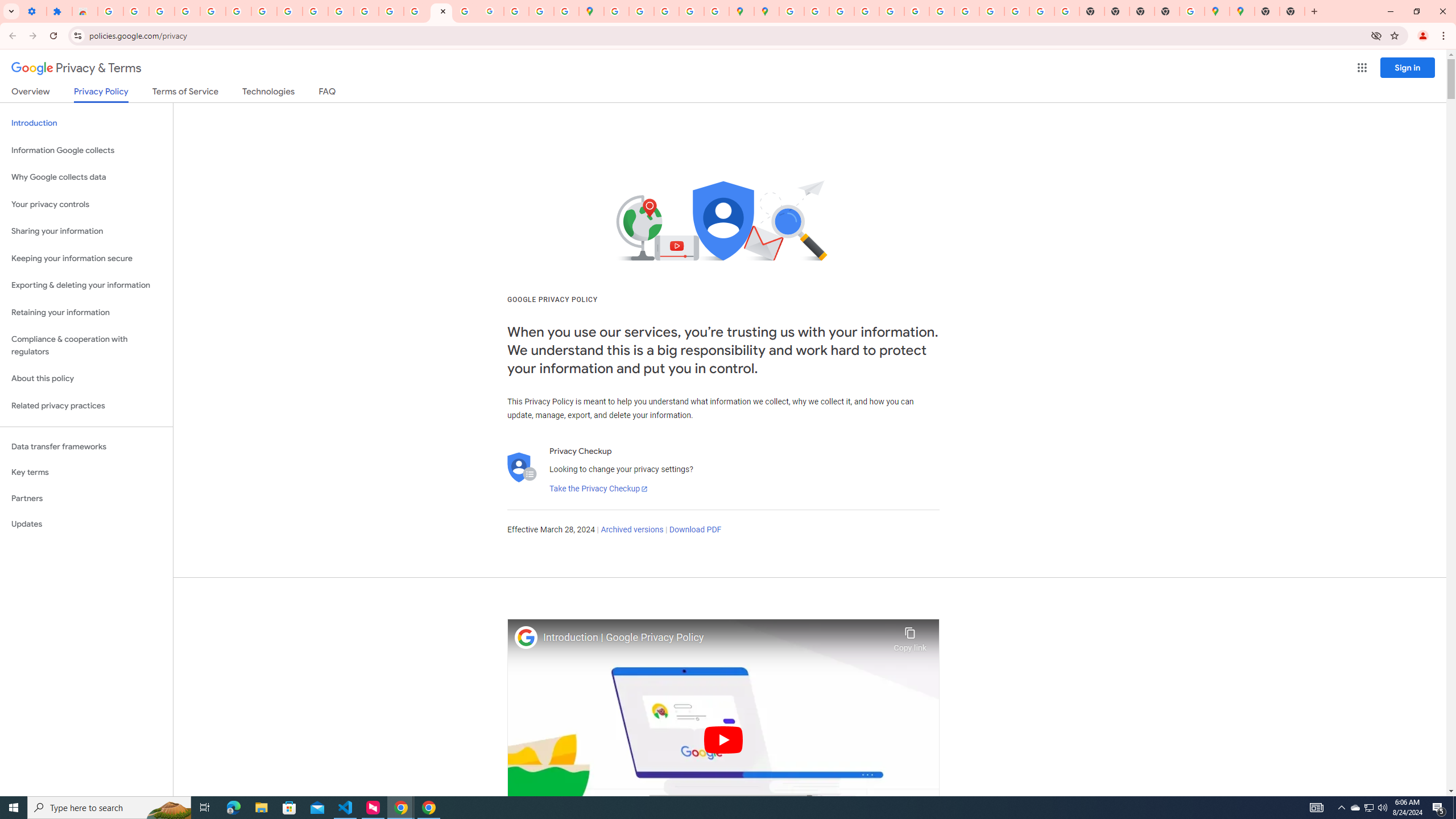  What do you see at coordinates (86, 259) in the screenshot?
I see `'Keeping your information secure'` at bounding box center [86, 259].